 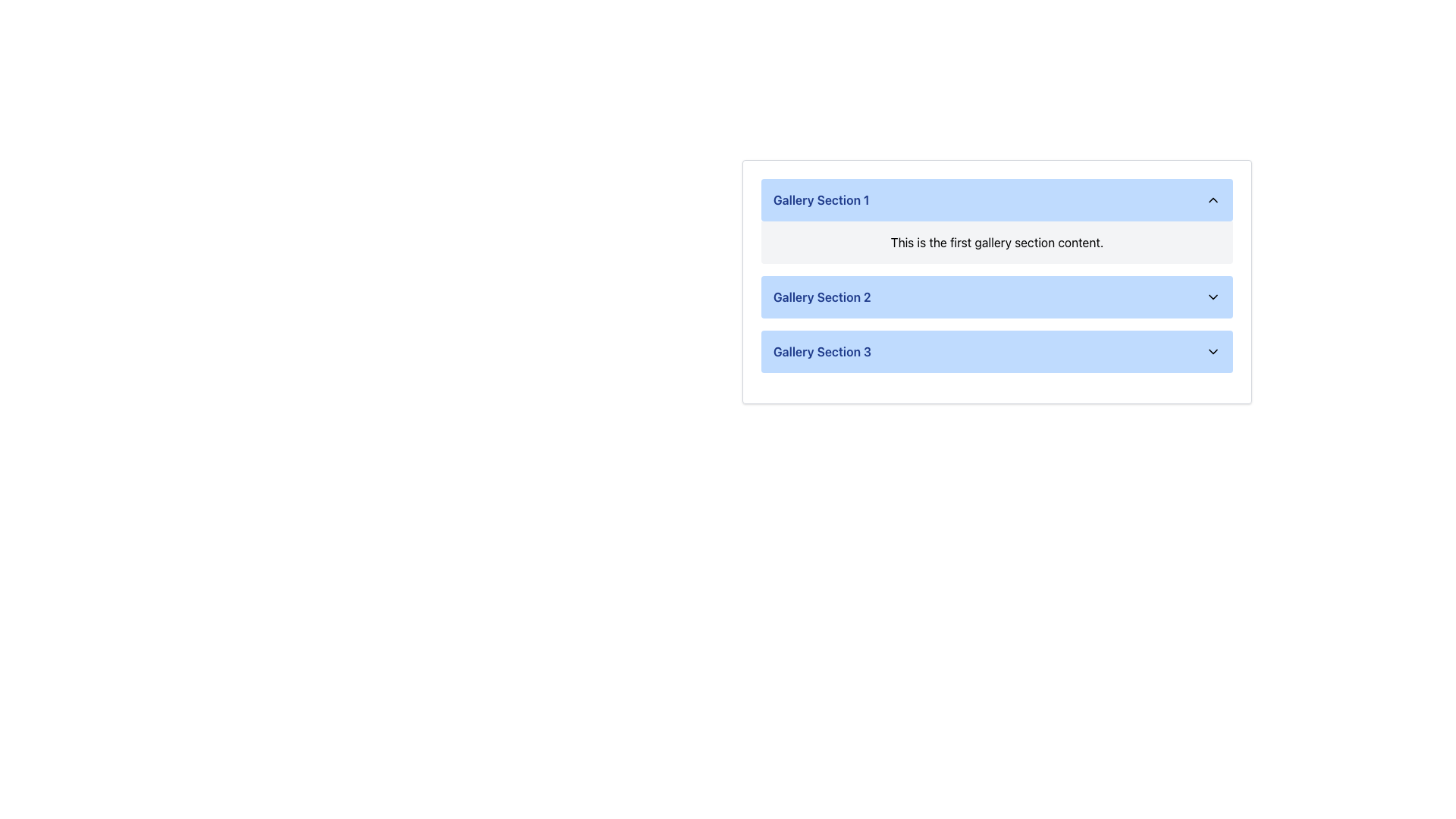 What do you see at coordinates (997, 221) in the screenshot?
I see `the header of the first collapsible section` at bounding box center [997, 221].